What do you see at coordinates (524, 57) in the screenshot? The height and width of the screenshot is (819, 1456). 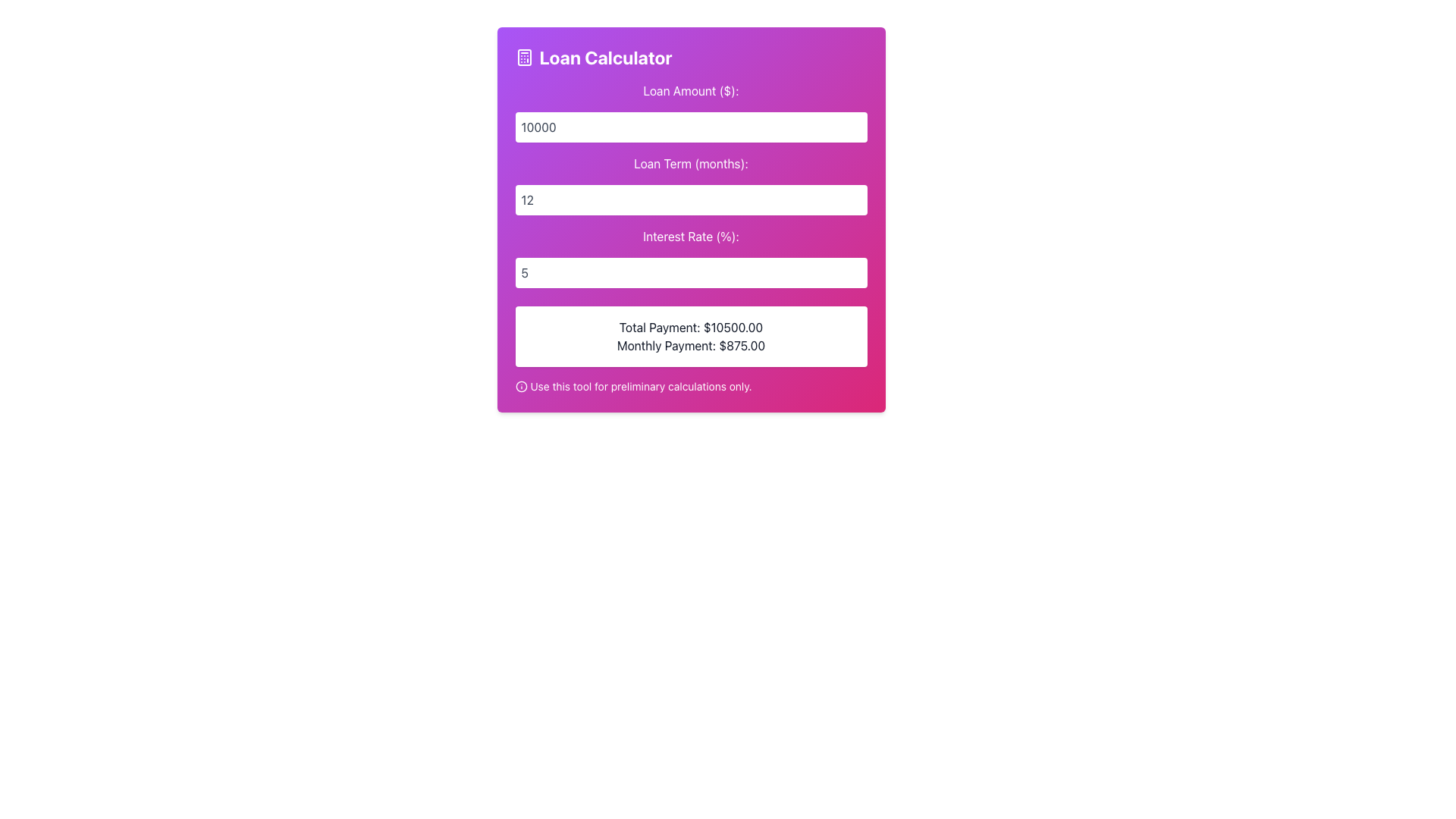 I see `the calculator icon representing the body of the 'Loan Calculator' header, located at the top-left corner of the main user interface` at bounding box center [524, 57].